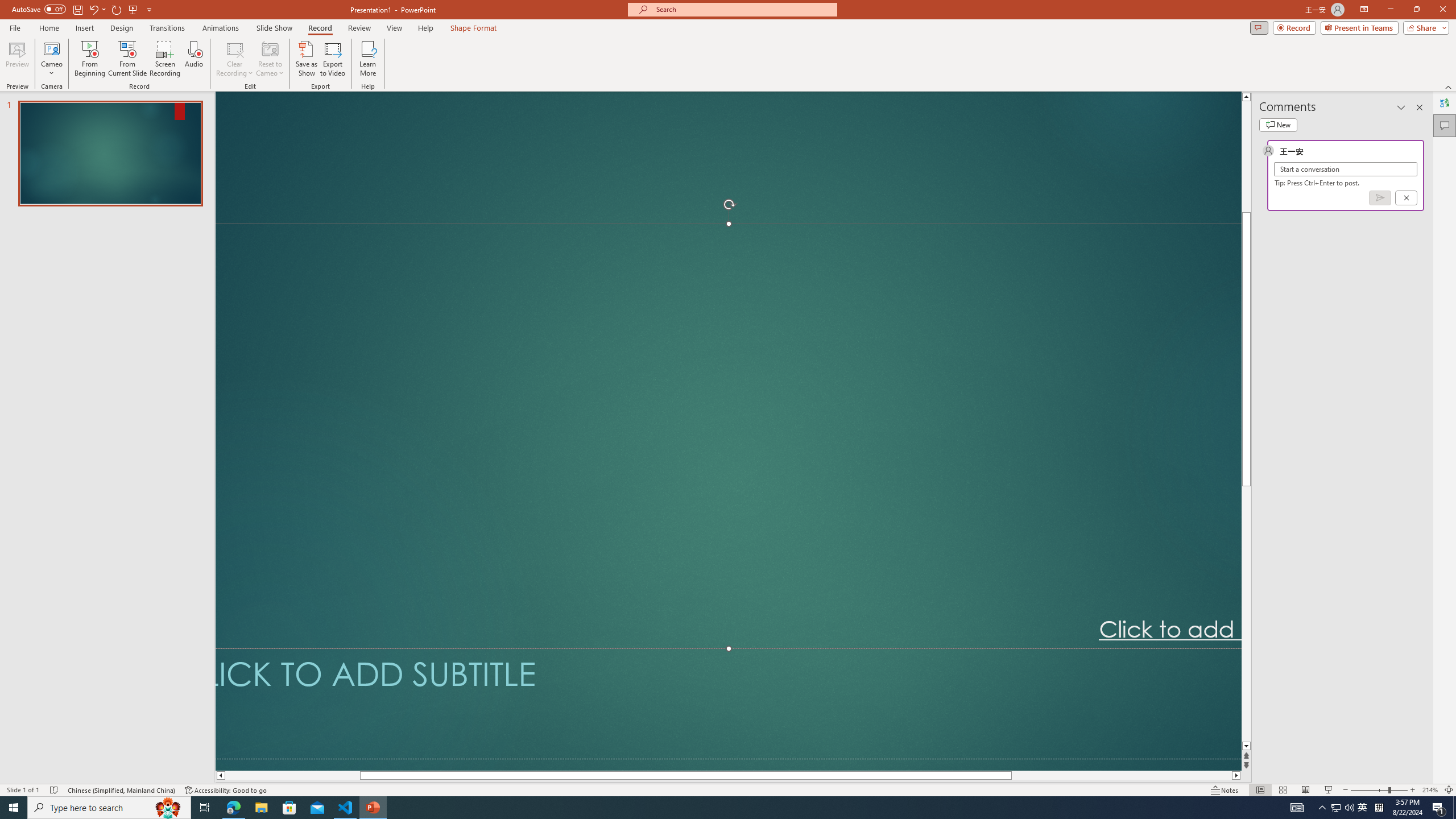  What do you see at coordinates (1379, 198) in the screenshot?
I see `'Post comment (Ctrl + Enter)'` at bounding box center [1379, 198].